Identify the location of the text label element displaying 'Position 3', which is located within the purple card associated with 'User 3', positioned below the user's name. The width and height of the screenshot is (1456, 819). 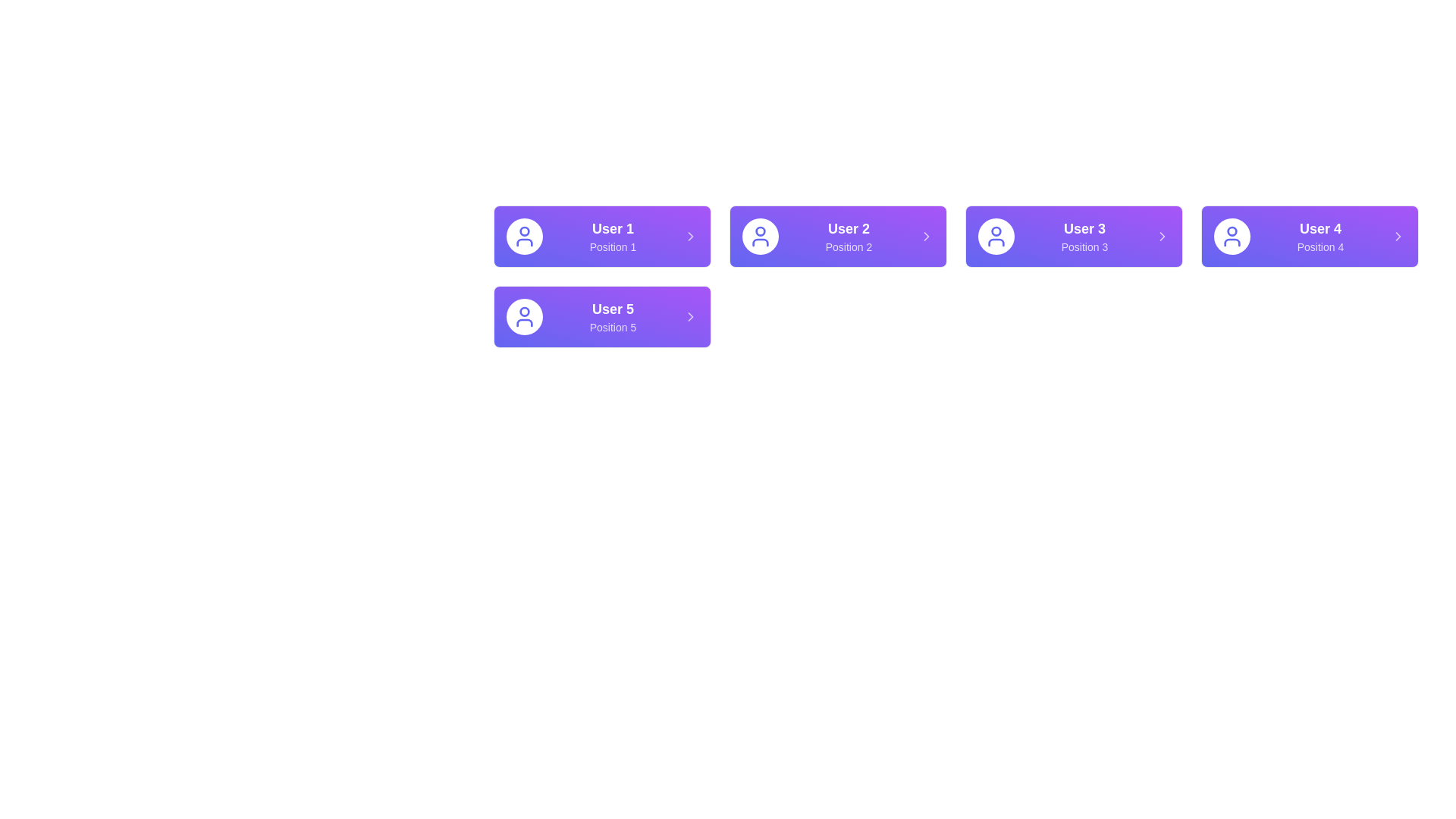
(1084, 246).